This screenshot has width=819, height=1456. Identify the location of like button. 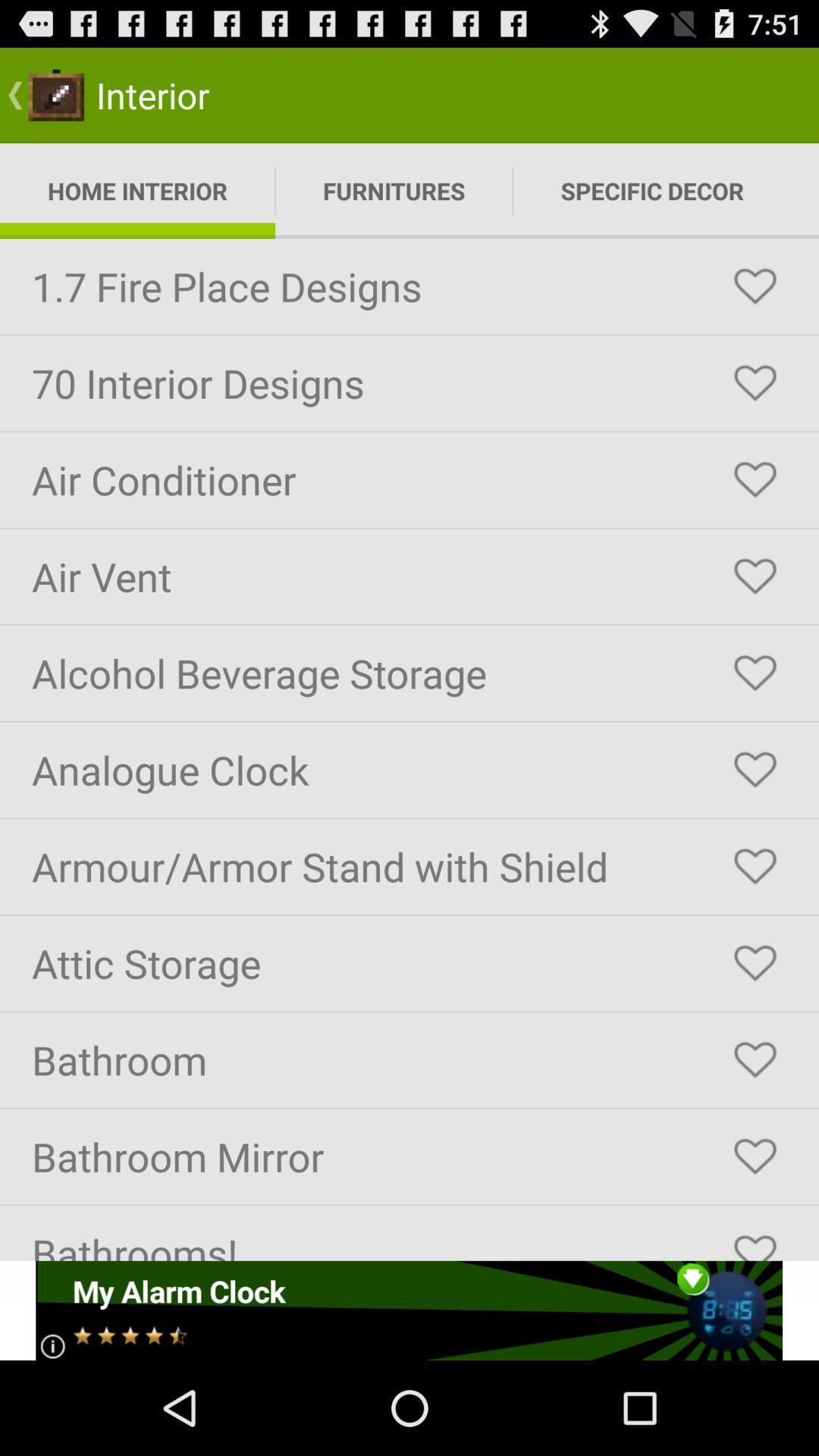
(755, 770).